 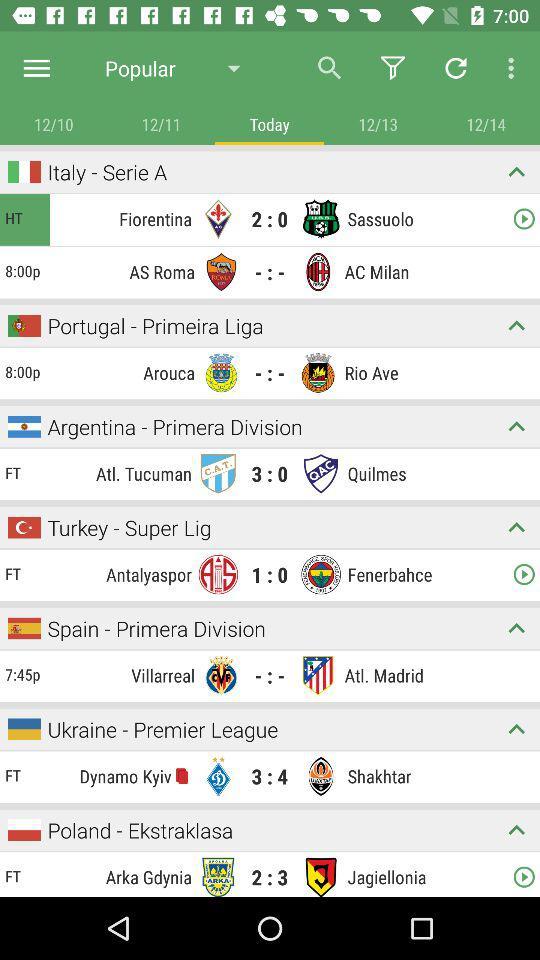 What do you see at coordinates (516, 830) in the screenshot?
I see `minimize this section` at bounding box center [516, 830].